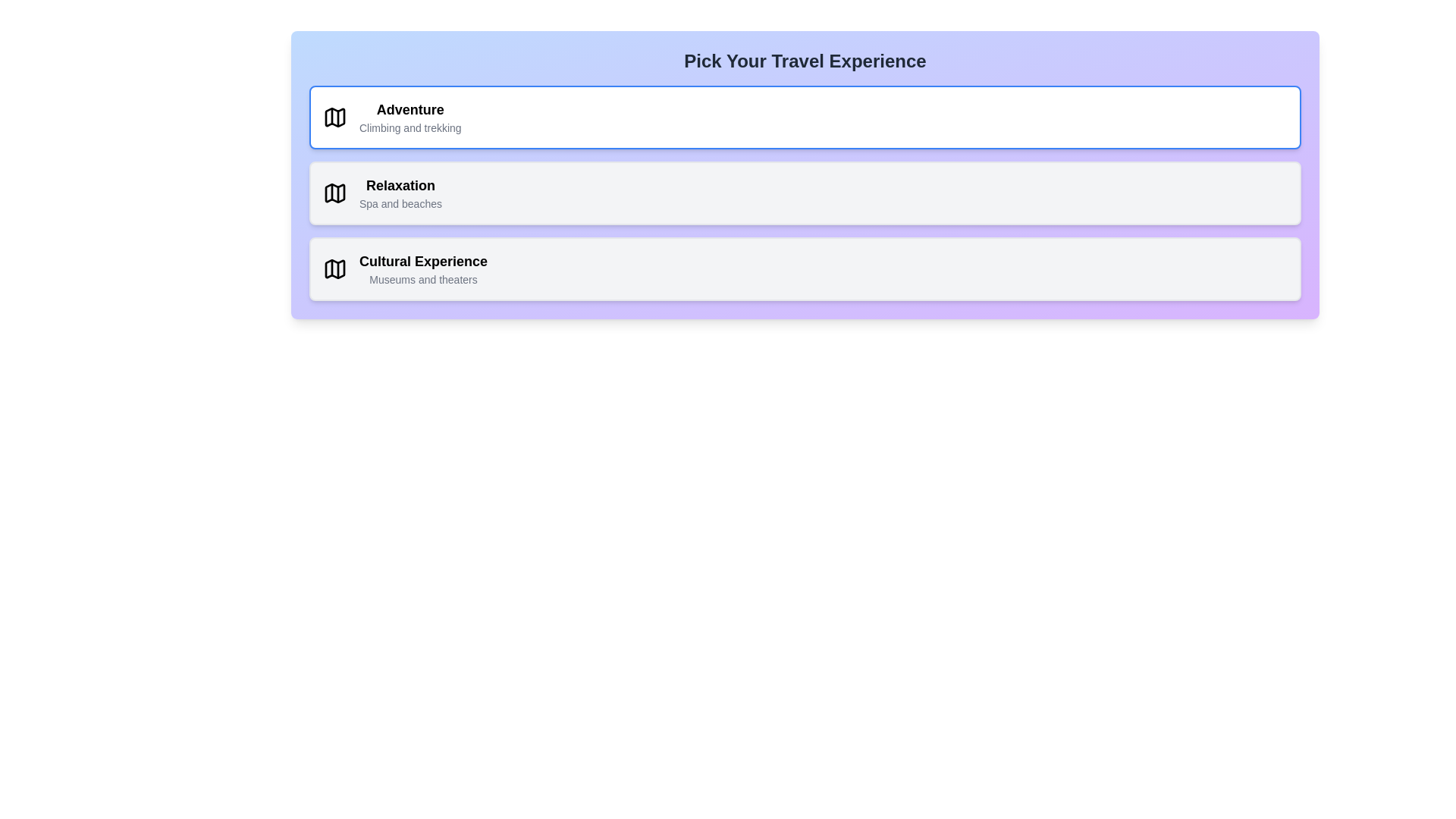  Describe the element at coordinates (423, 268) in the screenshot. I see `the 'Cultural Experience' text display` at that location.